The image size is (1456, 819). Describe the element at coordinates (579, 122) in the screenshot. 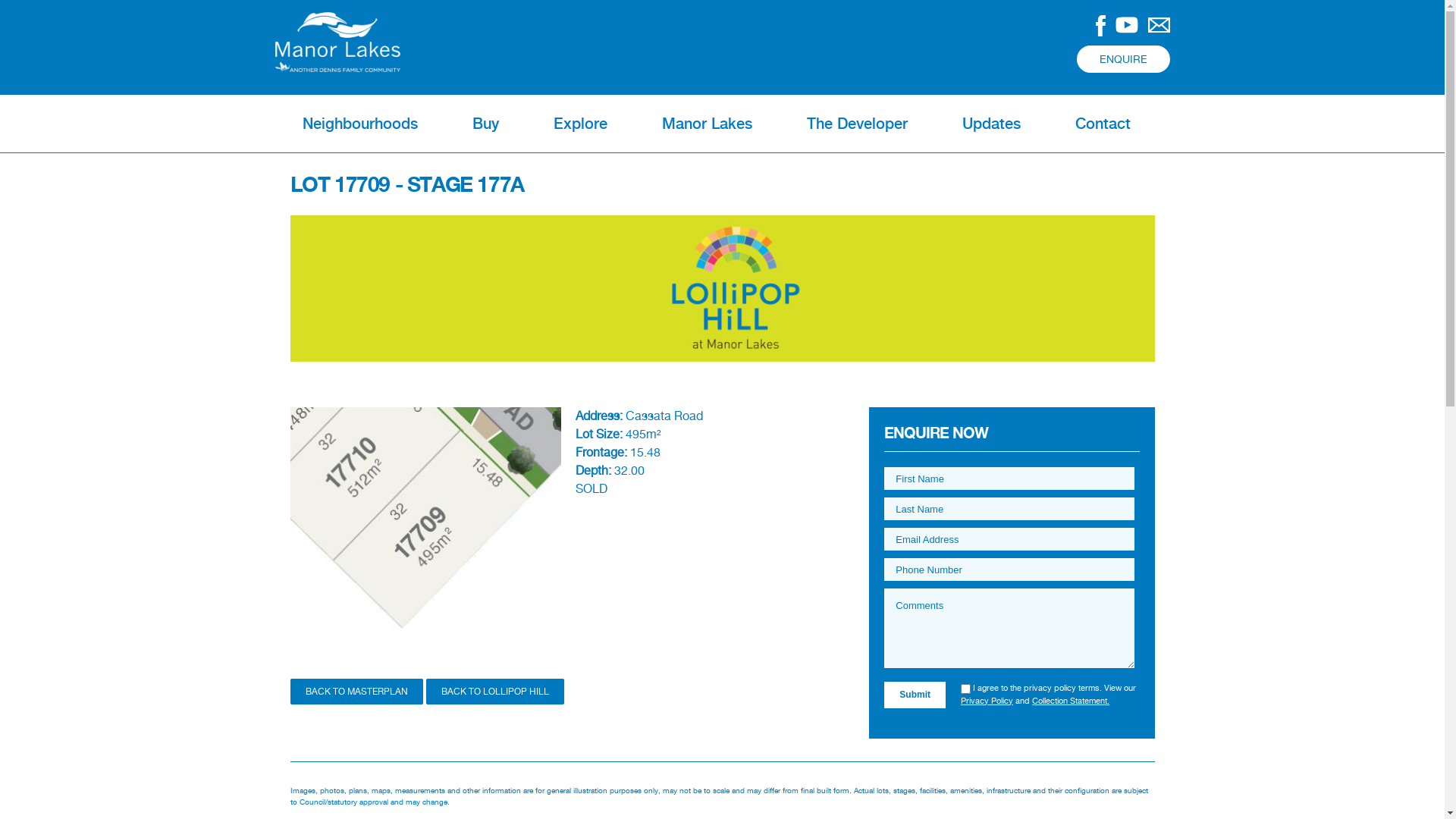

I see `'Explore'` at that location.